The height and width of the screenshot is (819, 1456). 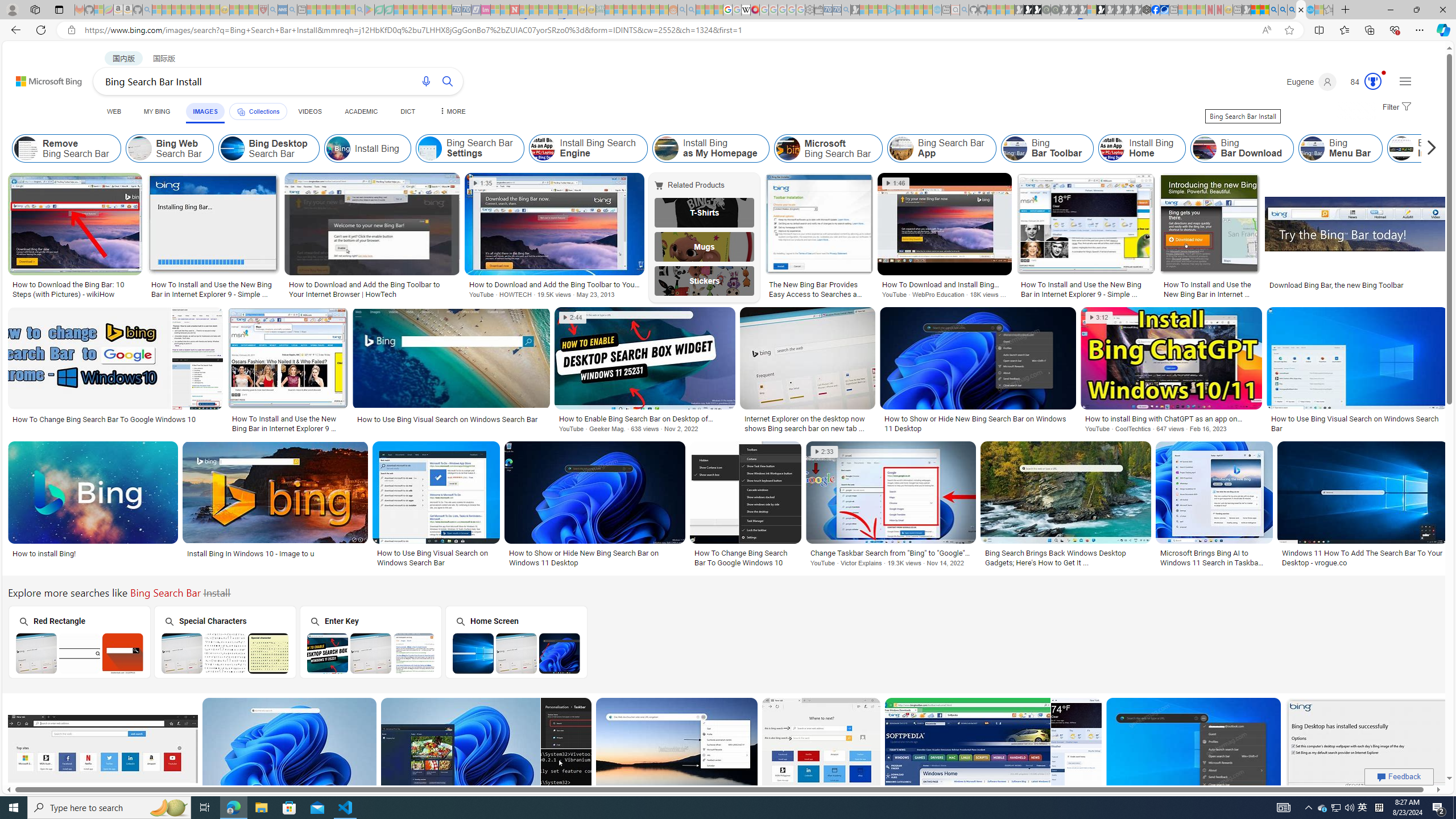 I want to click on 'Back to Bing search', so click(x=42, y=78).